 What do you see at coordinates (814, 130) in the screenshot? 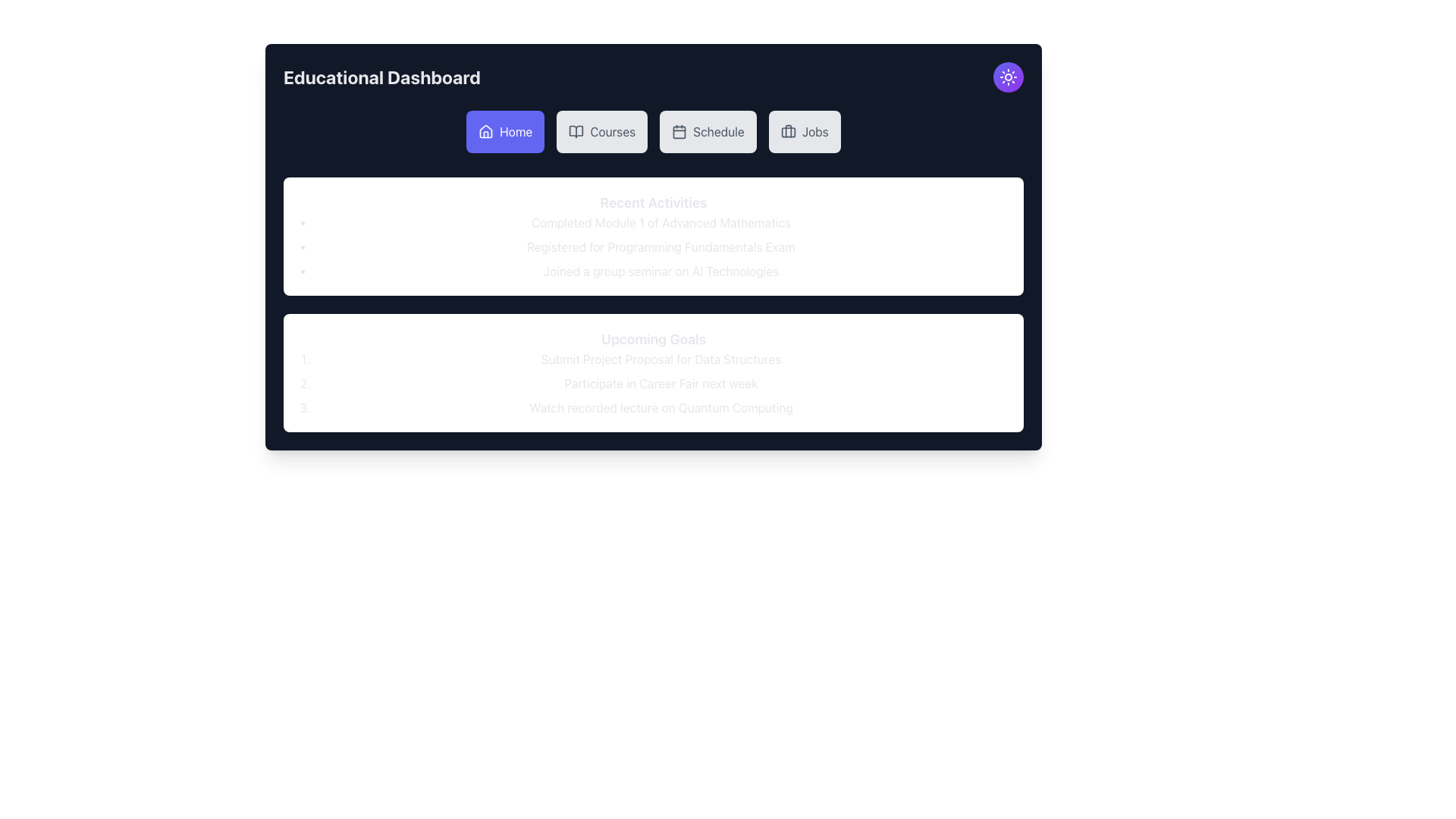
I see `the 'Jobs' text label located within the fourth button of the navigation row, which is displayed in gray on a light-gray rounded rectangular background` at bounding box center [814, 130].